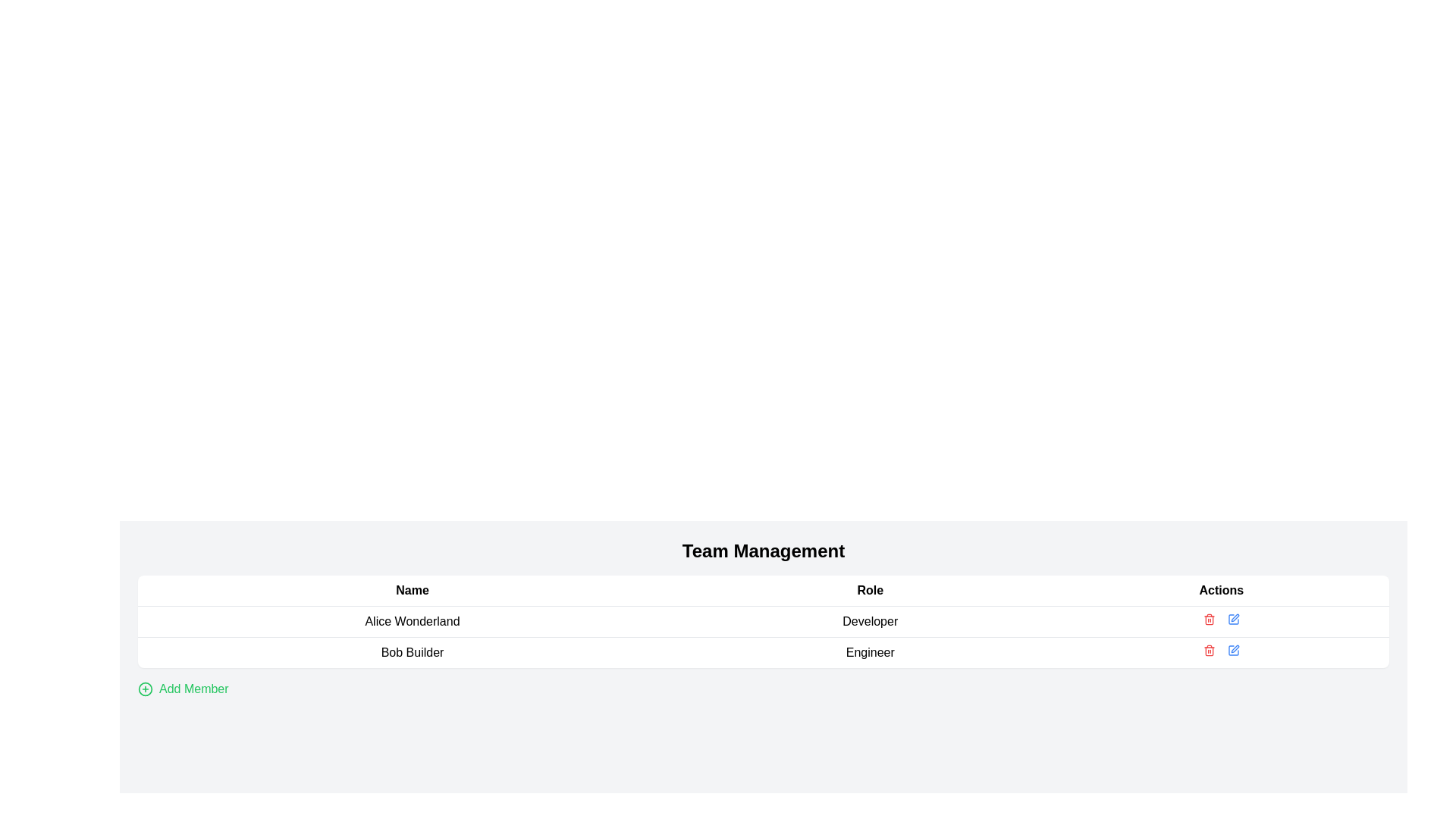 The width and height of the screenshot is (1456, 819). I want to click on the left part of the icon representing the 'Actions' for the entry 'Bob Builder - Engineer', located in the rightmost column of the last row of the table, so click(1233, 649).